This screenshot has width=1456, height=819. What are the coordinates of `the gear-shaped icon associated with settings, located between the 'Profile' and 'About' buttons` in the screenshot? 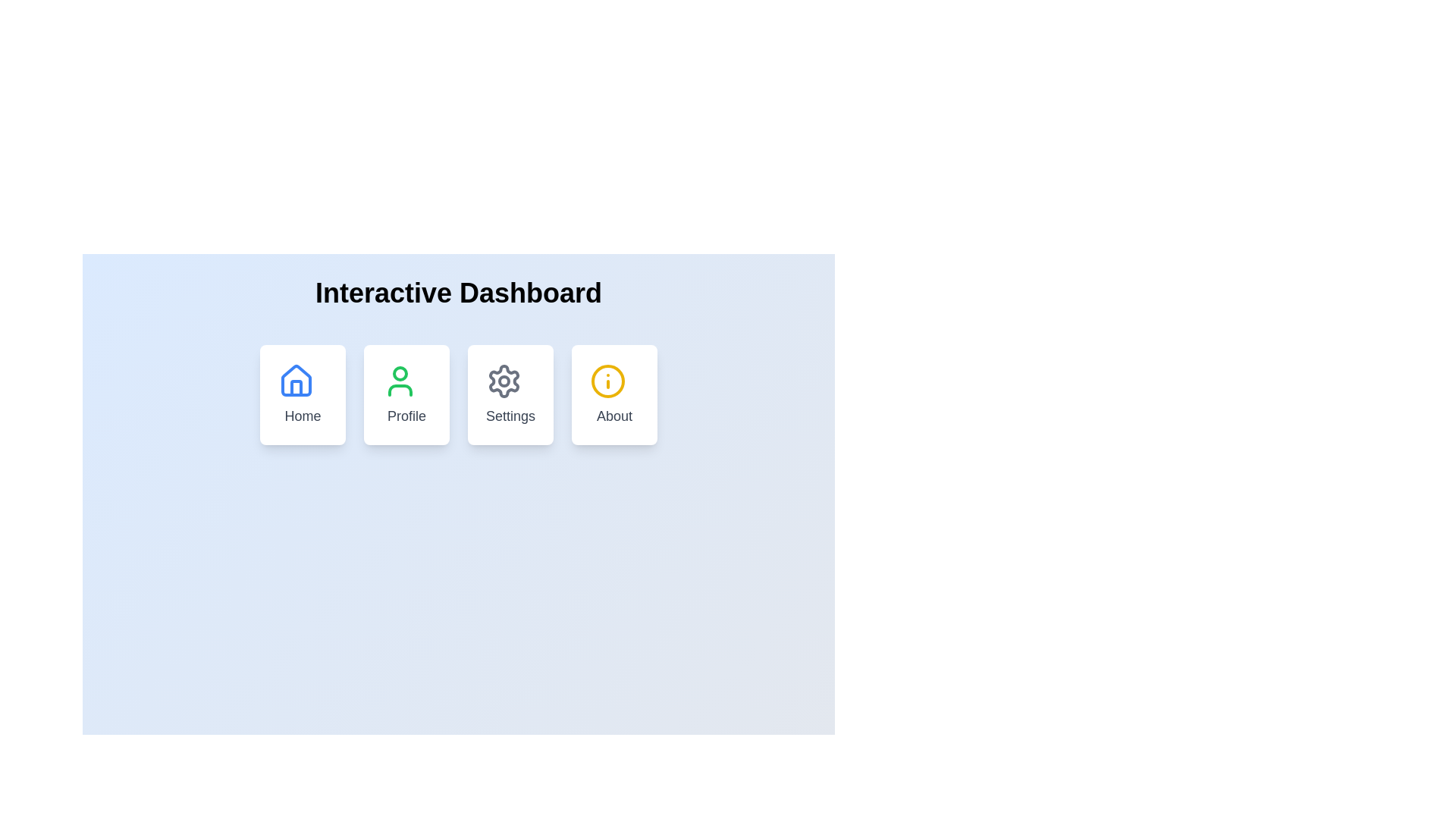 It's located at (504, 380).